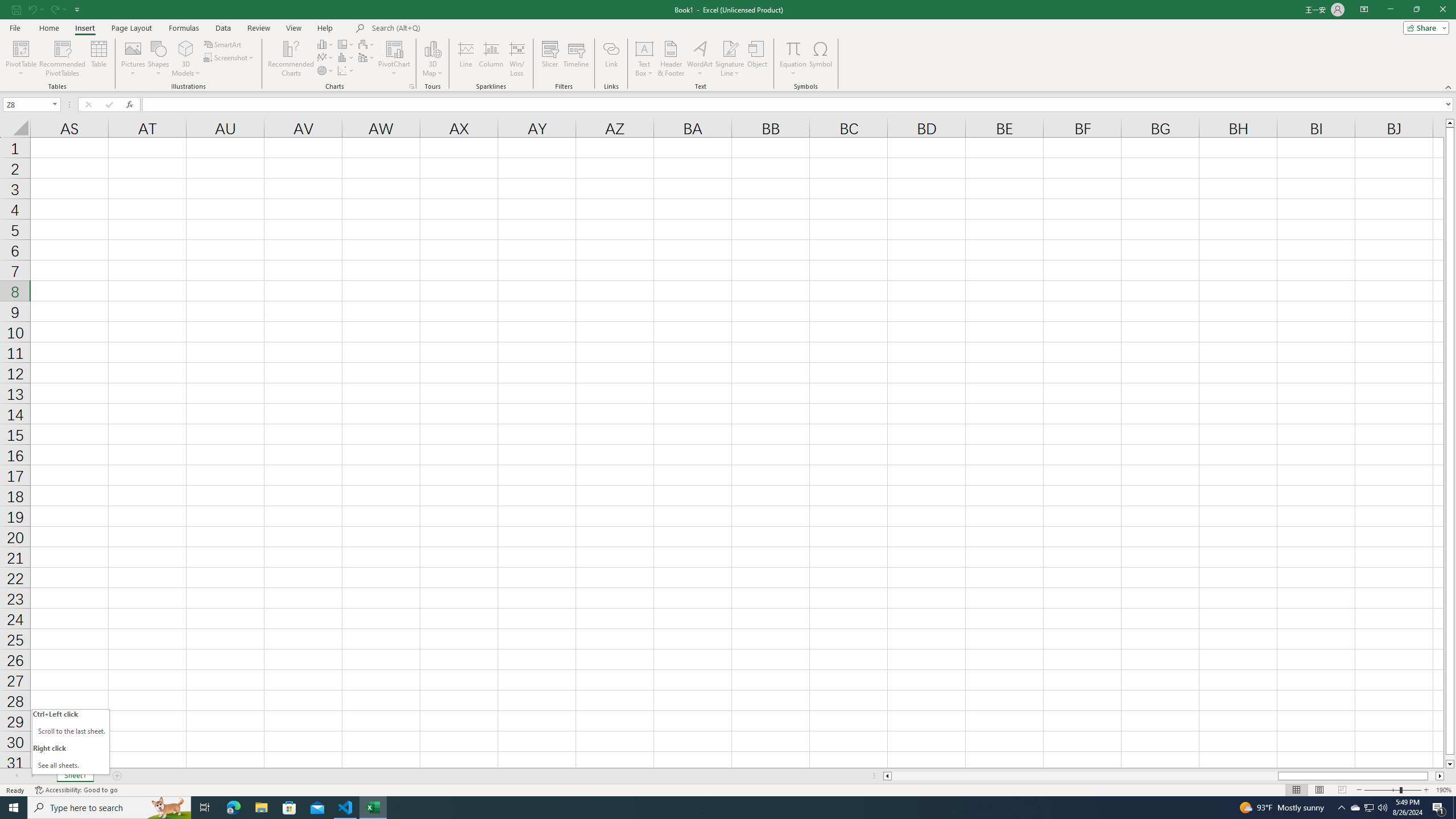 Image resolution: width=1456 pixels, height=819 pixels. What do you see at coordinates (1392, 790) in the screenshot?
I see `'Zoom'` at bounding box center [1392, 790].